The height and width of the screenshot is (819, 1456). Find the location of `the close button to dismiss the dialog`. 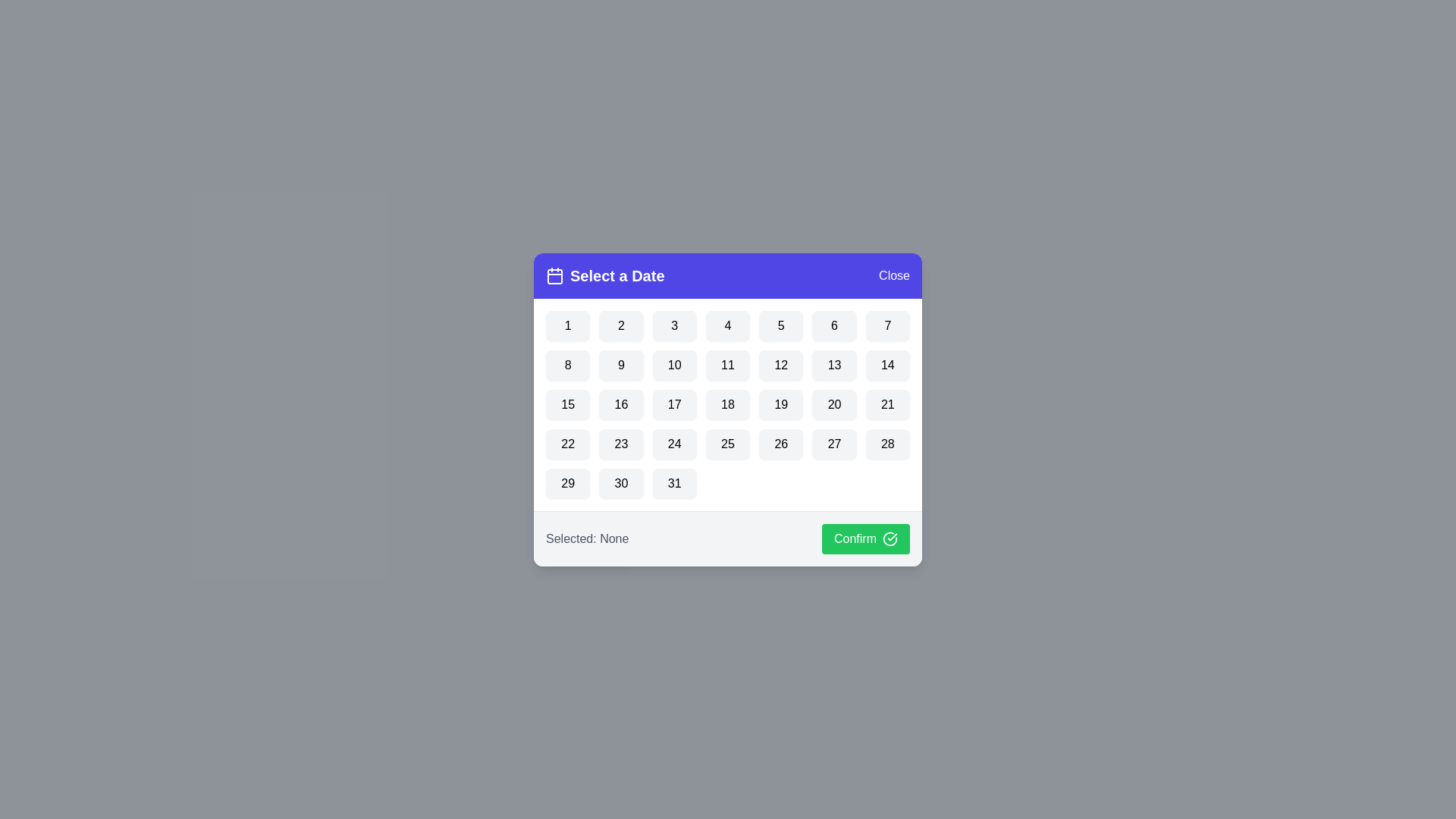

the close button to dismiss the dialog is located at coordinates (894, 275).